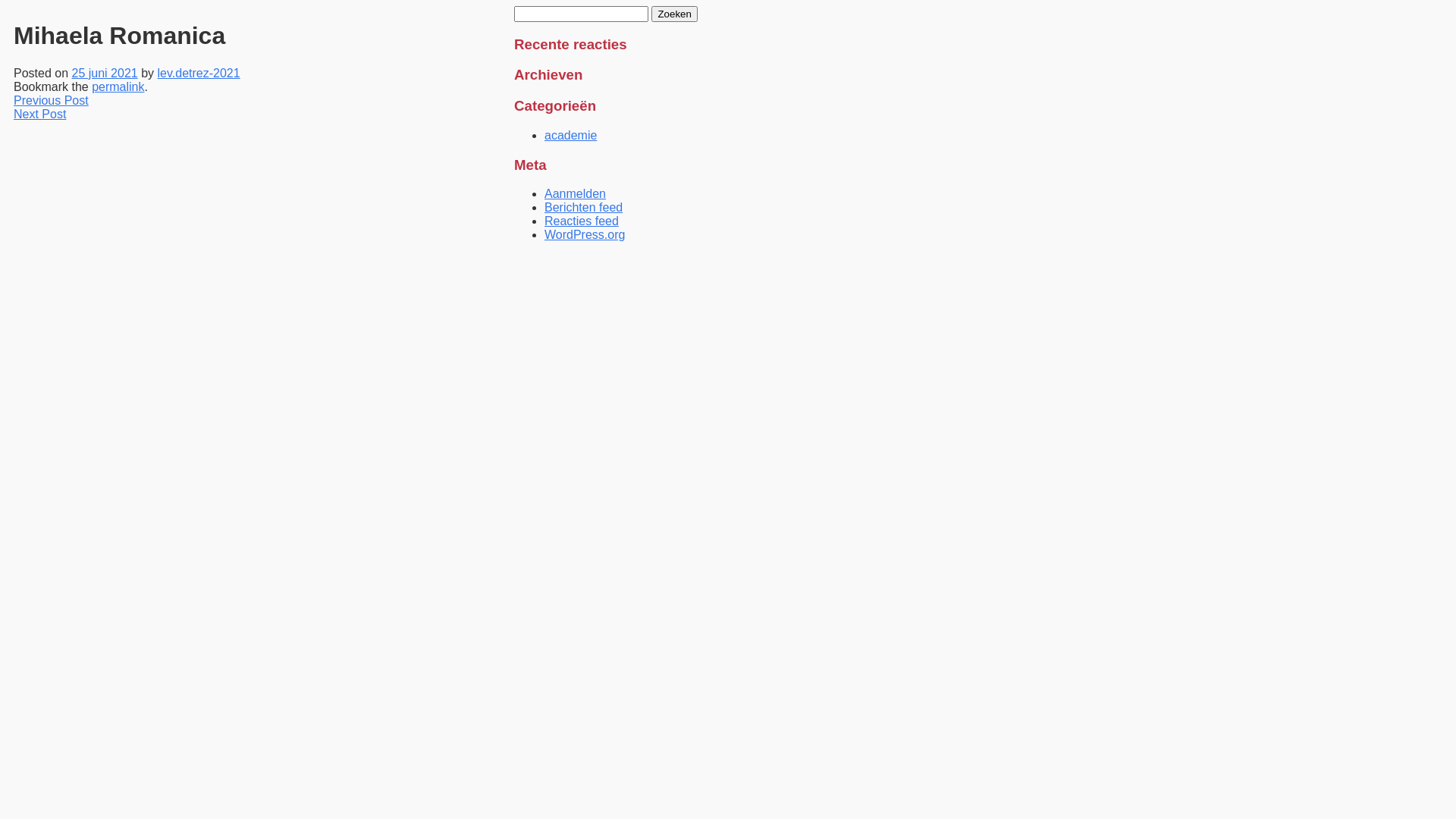  Describe the element at coordinates (582, 207) in the screenshot. I see `'Berichten feed'` at that location.